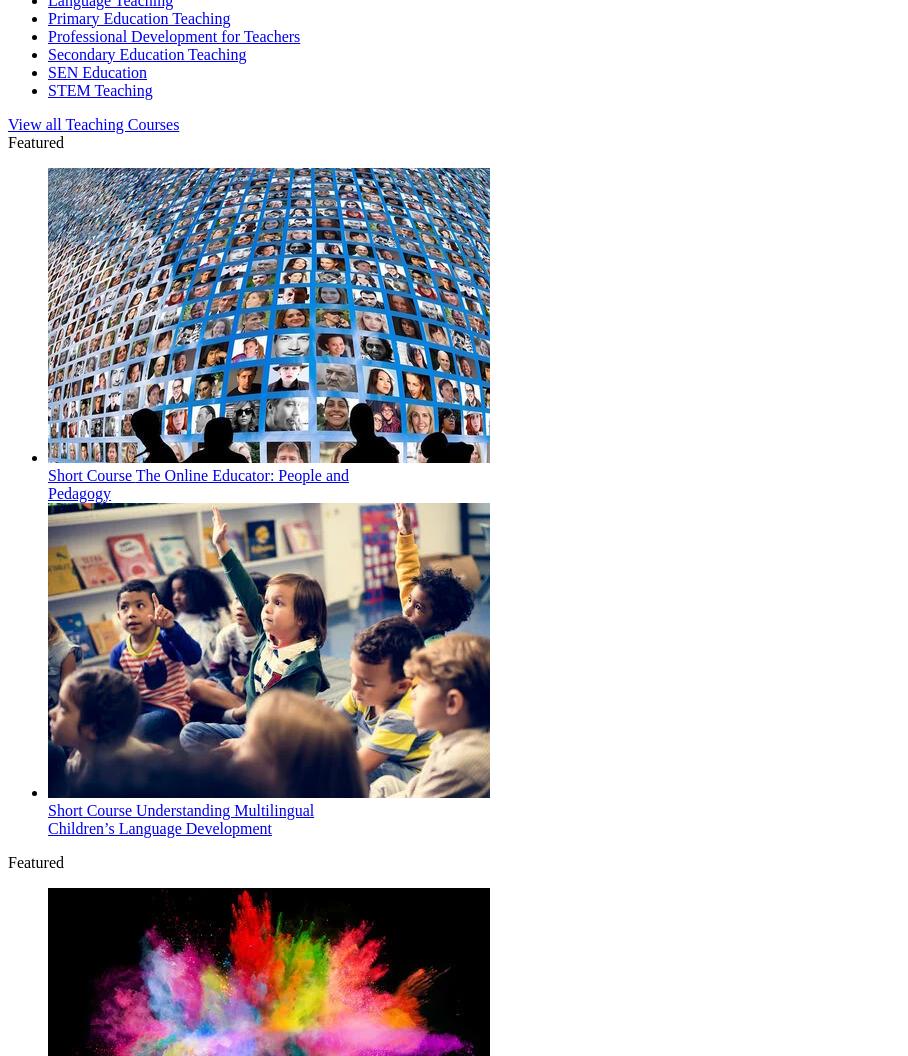  Describe the element at coordinates (98, 88) in the screenshot. I see `'STEM Teaching'` at that location.